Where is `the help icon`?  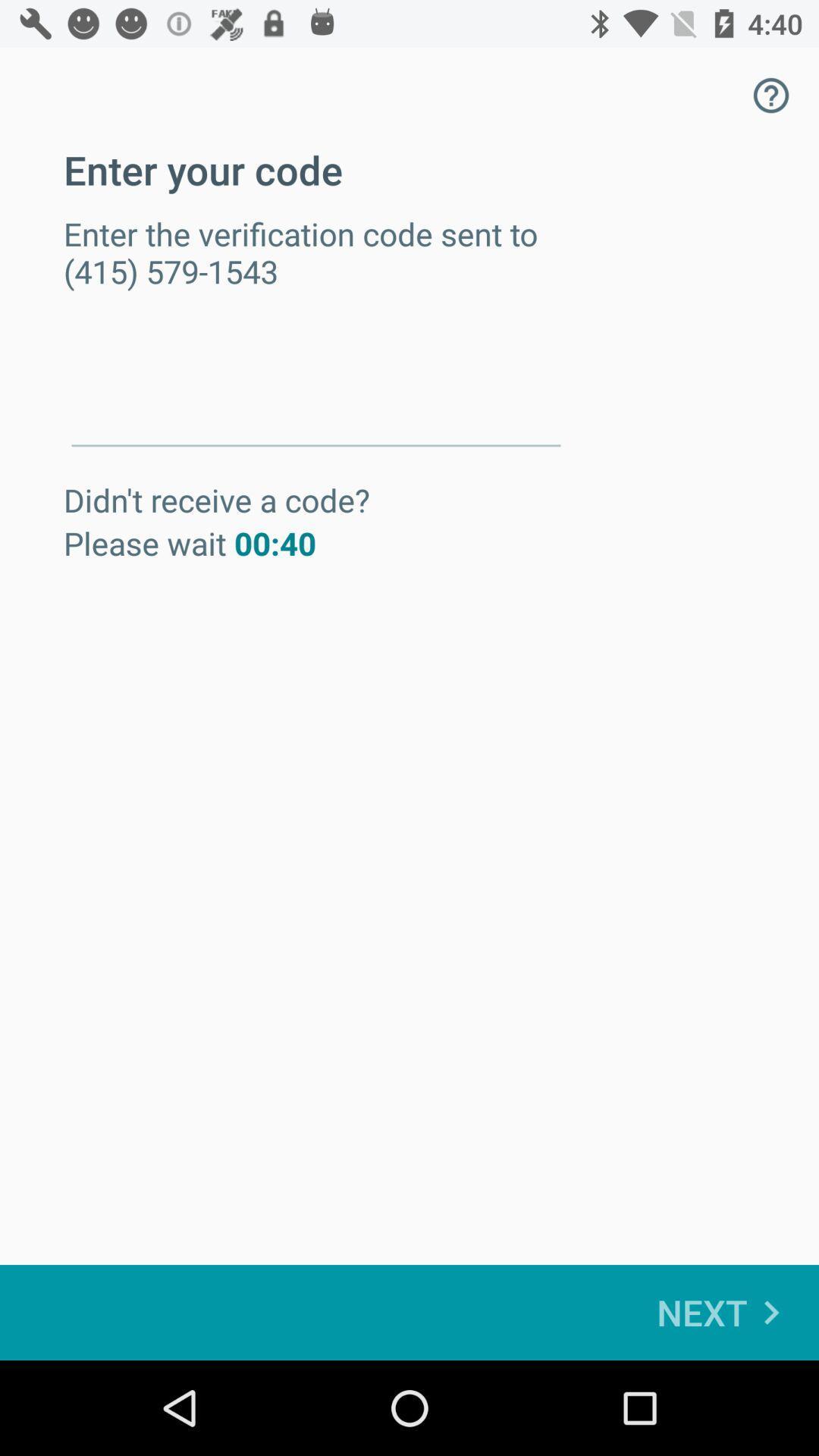
the help icon is located at coordinates (771, 94).